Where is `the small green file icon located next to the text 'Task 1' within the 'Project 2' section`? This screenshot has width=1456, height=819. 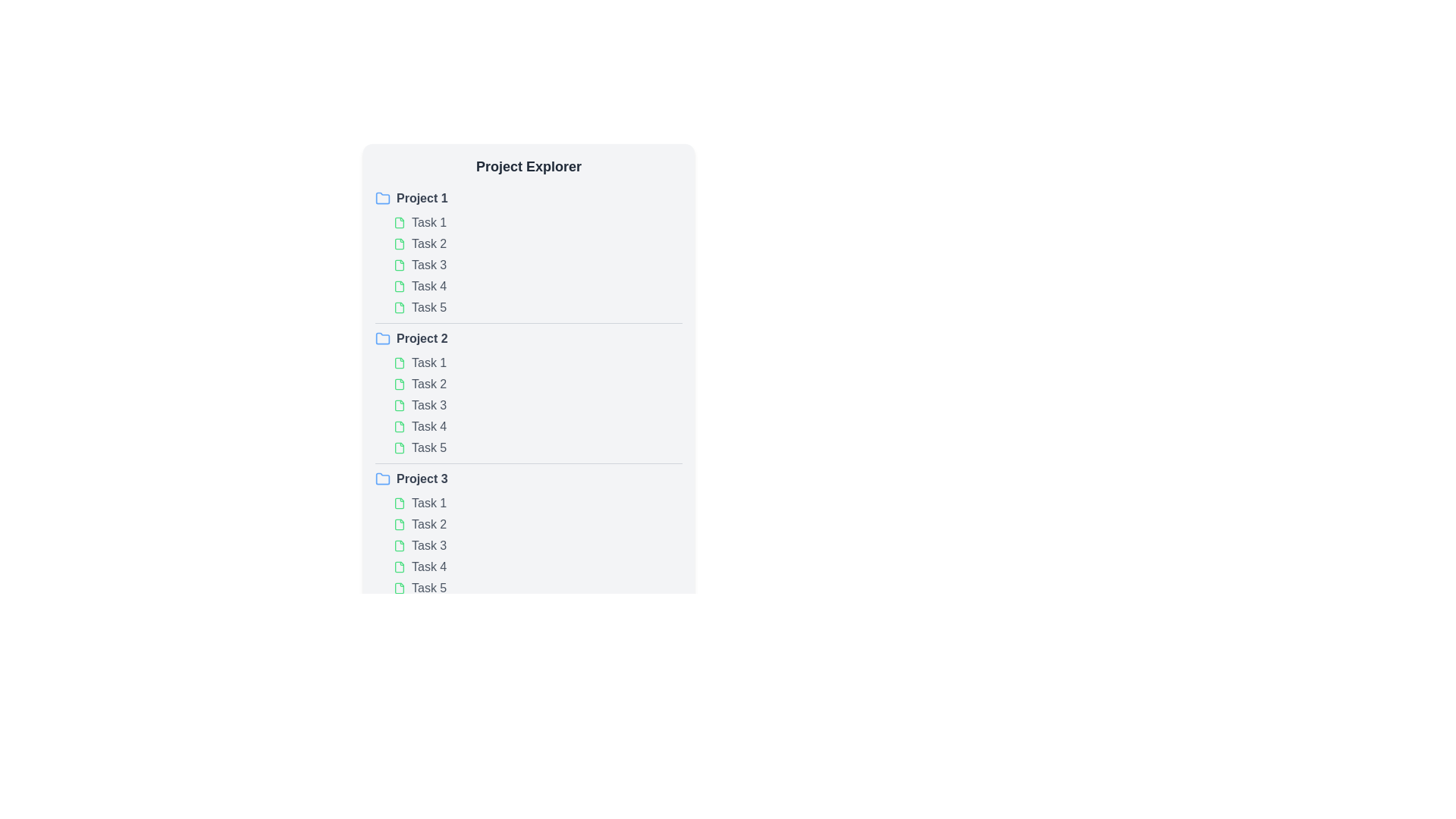
the small green file icon located next to the text 'Task 1' within the 'Project 2' section is located at coordinates (400, 362).